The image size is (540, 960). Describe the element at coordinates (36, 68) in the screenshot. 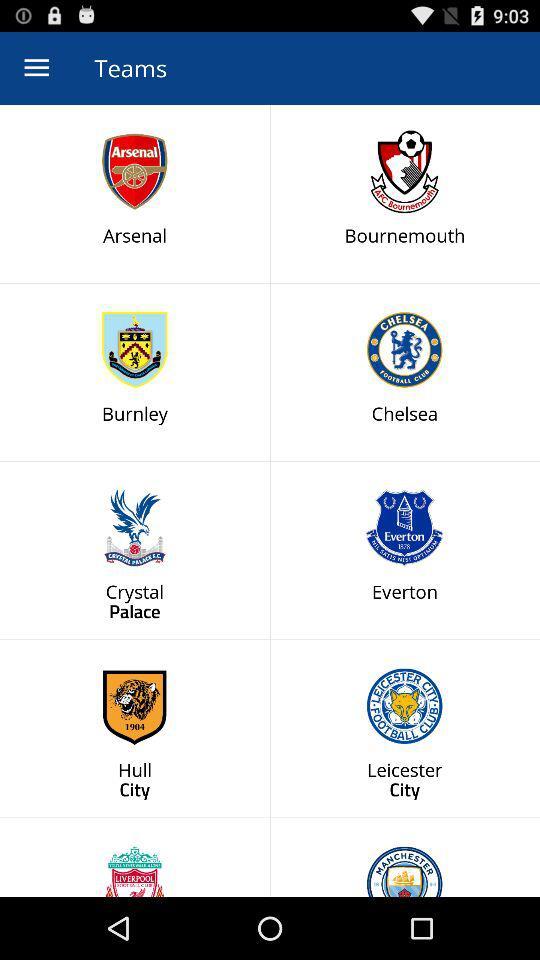

I see `the item to the left of the teams` at that location.